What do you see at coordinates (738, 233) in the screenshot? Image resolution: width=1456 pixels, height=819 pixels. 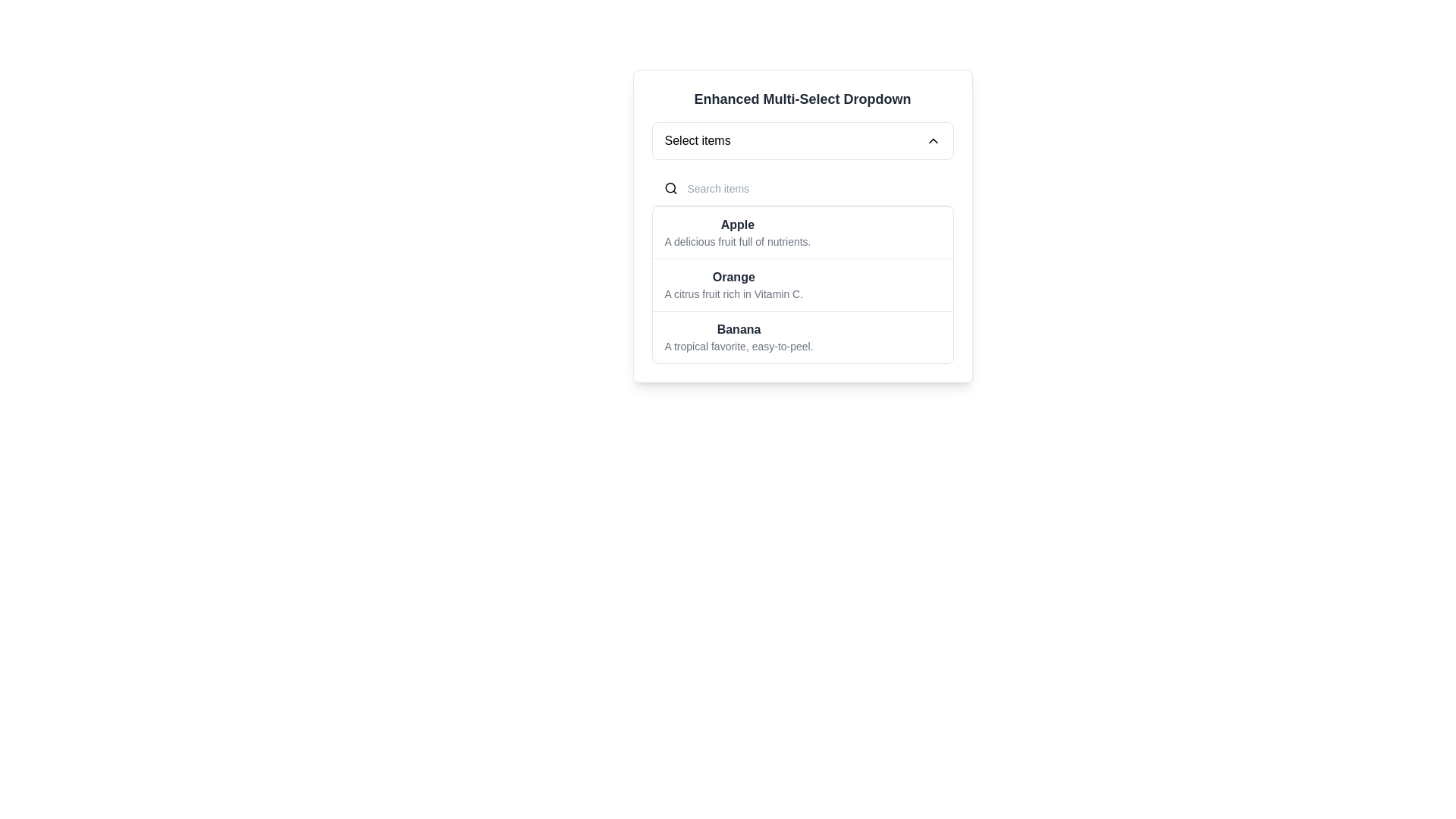 I see `the static text element displaying the label 'Apple' and its description 'A delicious fruit full of nutrients.' which is located within a dropdown menu` at bounding box center [738, 233].